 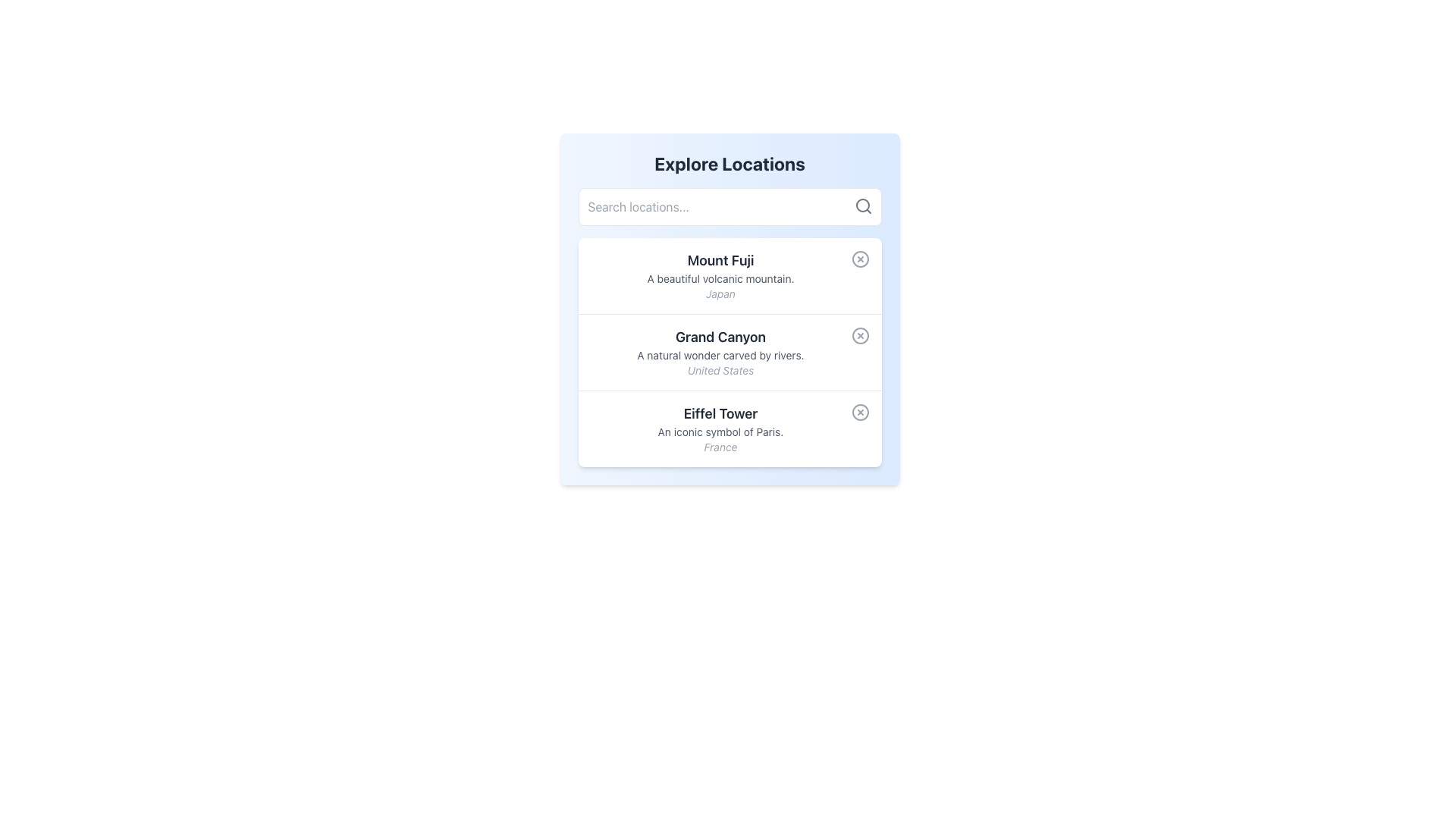 I want to click on the Text block representing the Eiffel Tower, which is the third item in a vertical list of location entries, so click(x=720, y=429).